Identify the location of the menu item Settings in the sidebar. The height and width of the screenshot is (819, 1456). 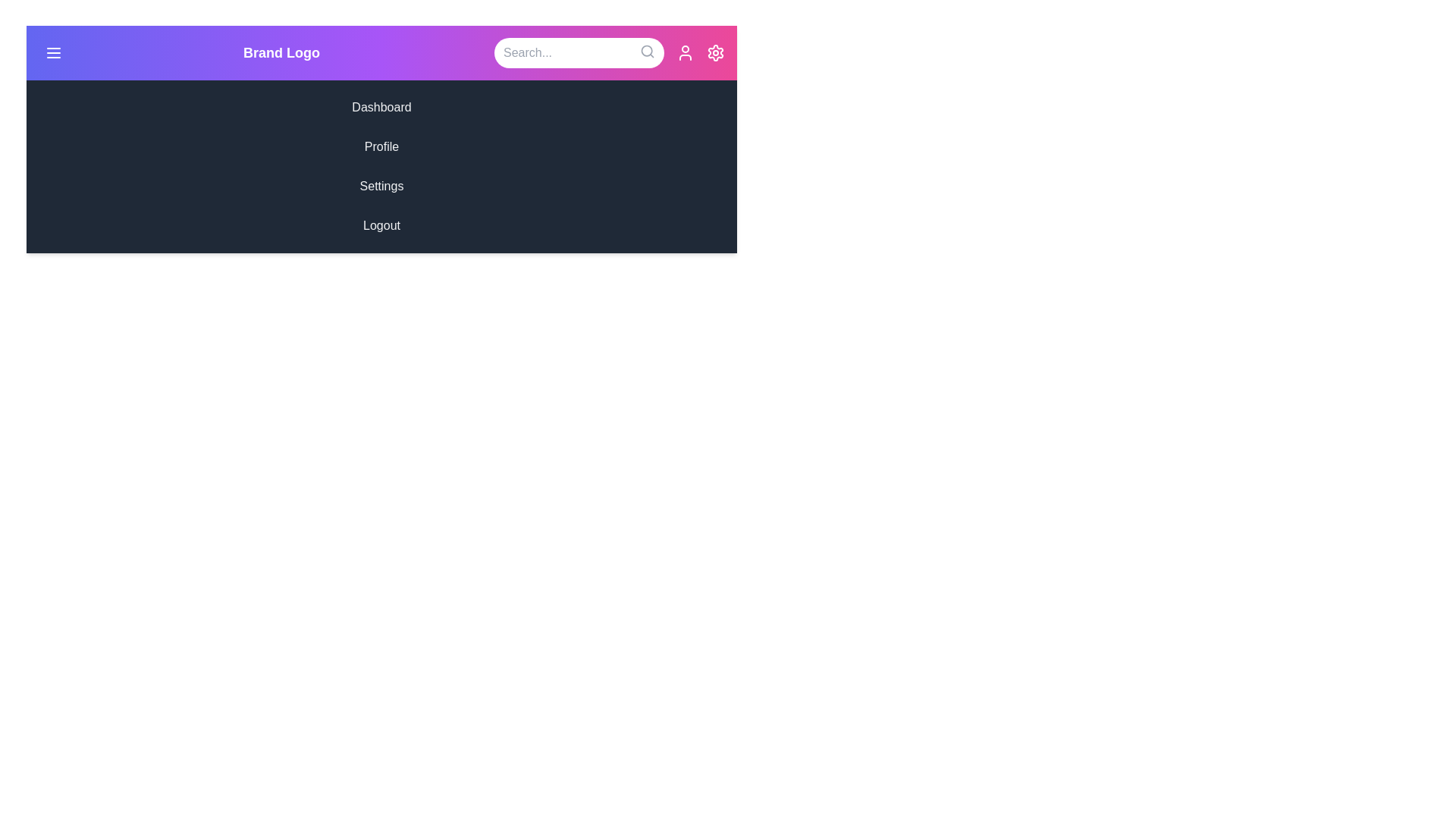
(381, 186).